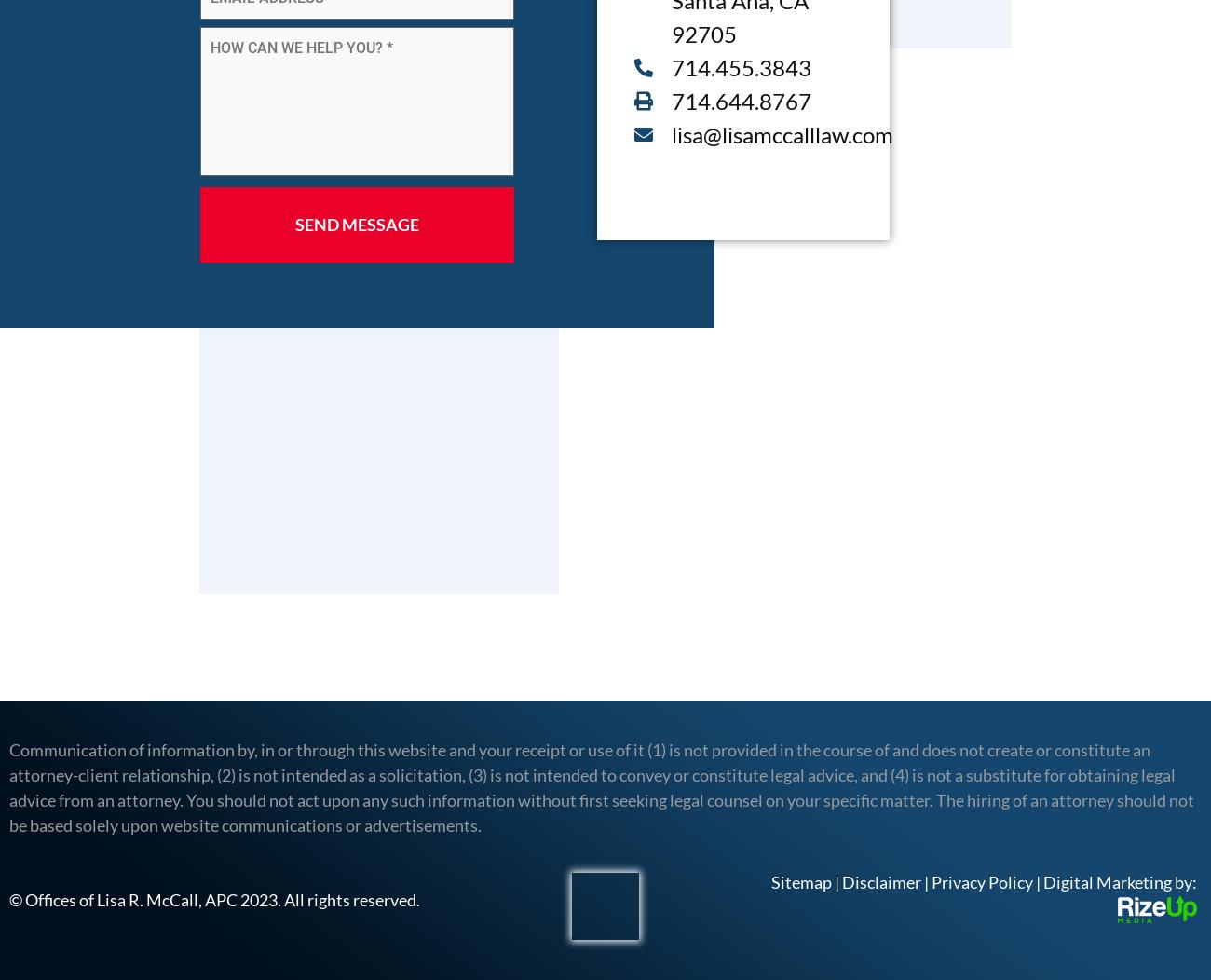 Image resolution: width=1211 pixels, height=980 pixels. I want to click on '© Offices of Lisa R. McCall, APC 2023. All rights reserved.', so click(213, 897).